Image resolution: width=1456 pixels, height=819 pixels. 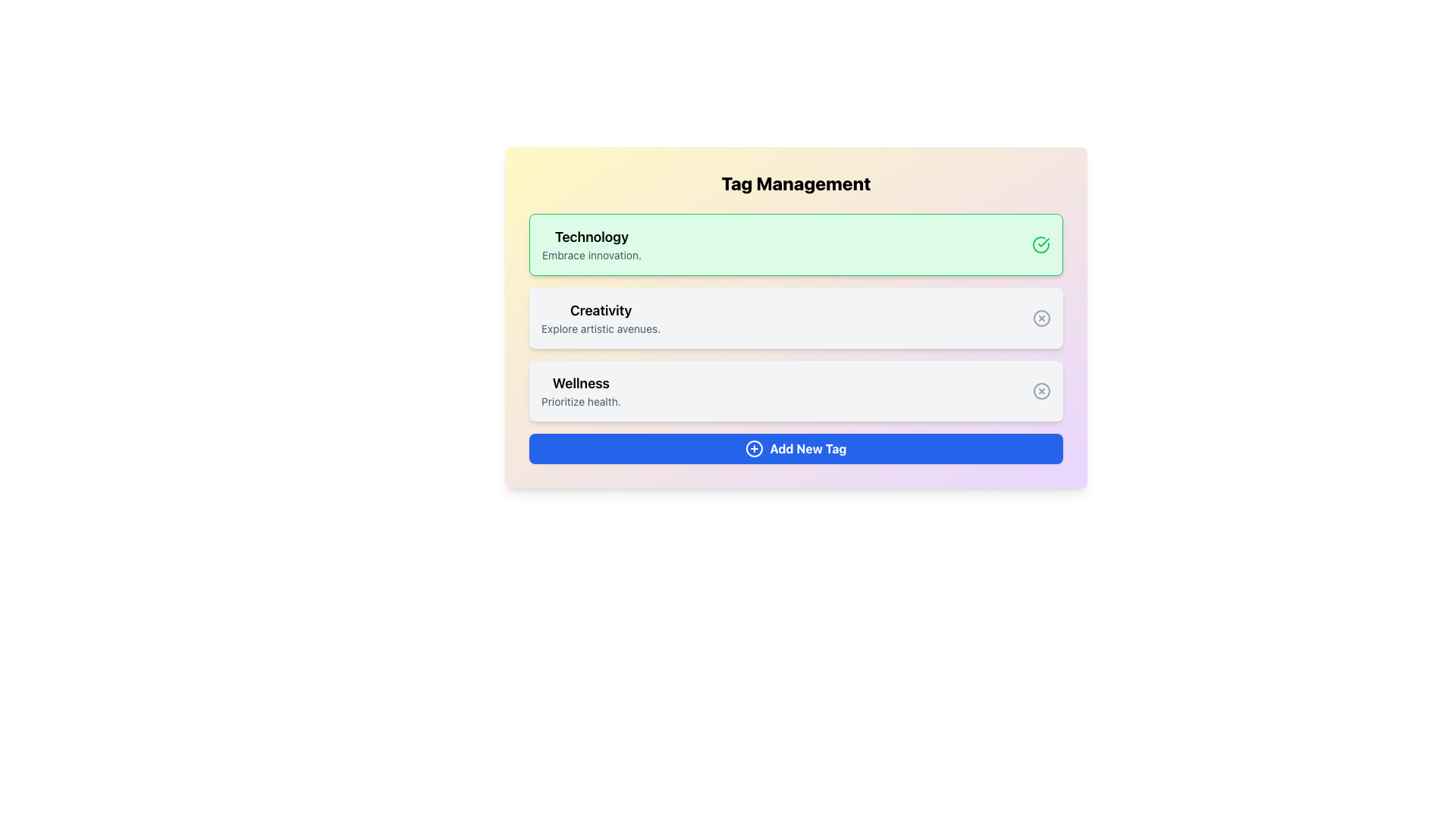 What do you see at coordinates (600, 318) in the screenshot?
I see `the category label Content block that is the second entry in a vertical list of cards, located between the 'Technology' and 'Wellness' cards` at bounding box center [600, 318].